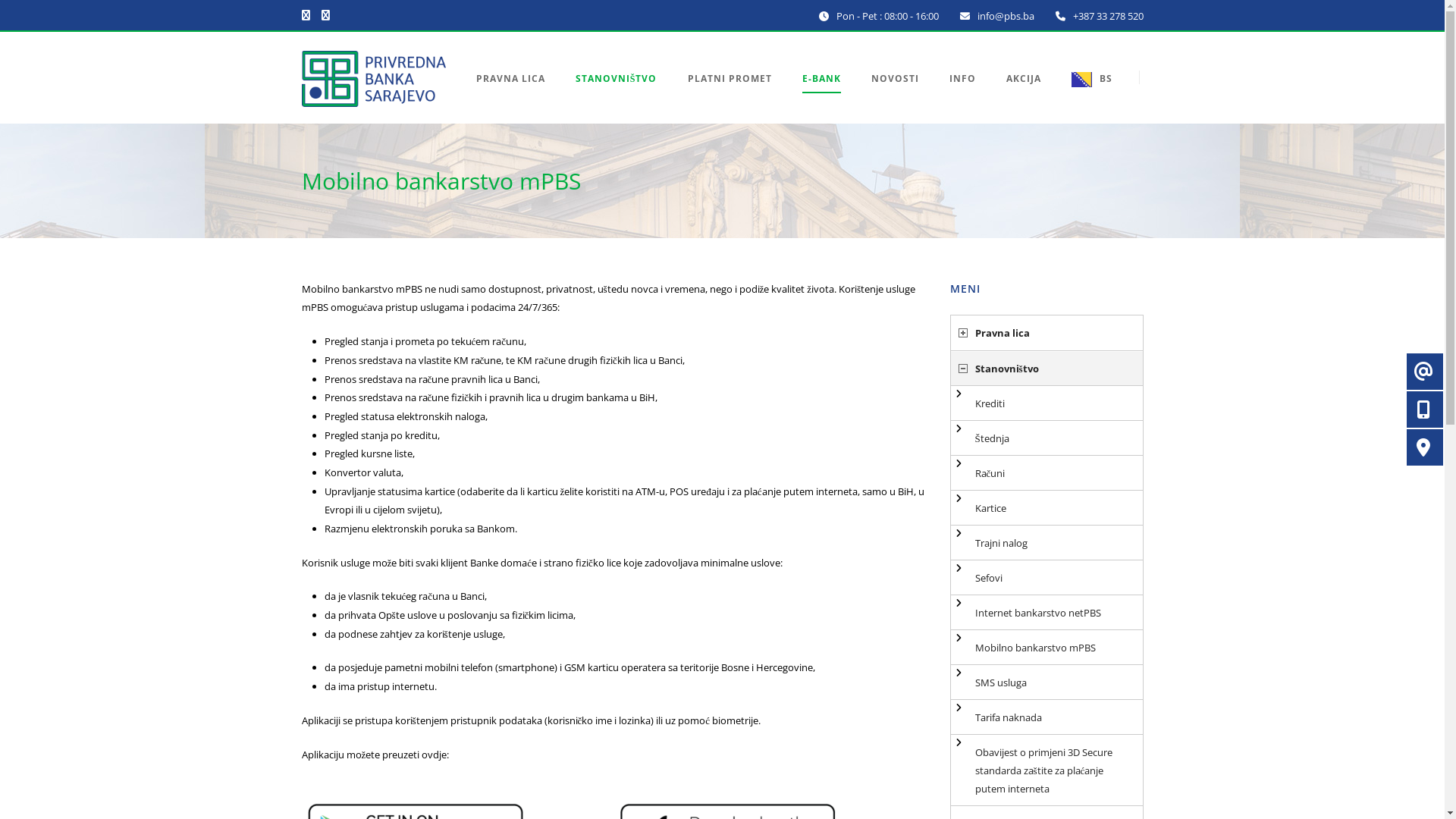 The image size is (1456, 819). What do you see at coordinates (1046, 332) in the screenshot?
I see `'Pravna lica'` at bounding box center [1046, 332].